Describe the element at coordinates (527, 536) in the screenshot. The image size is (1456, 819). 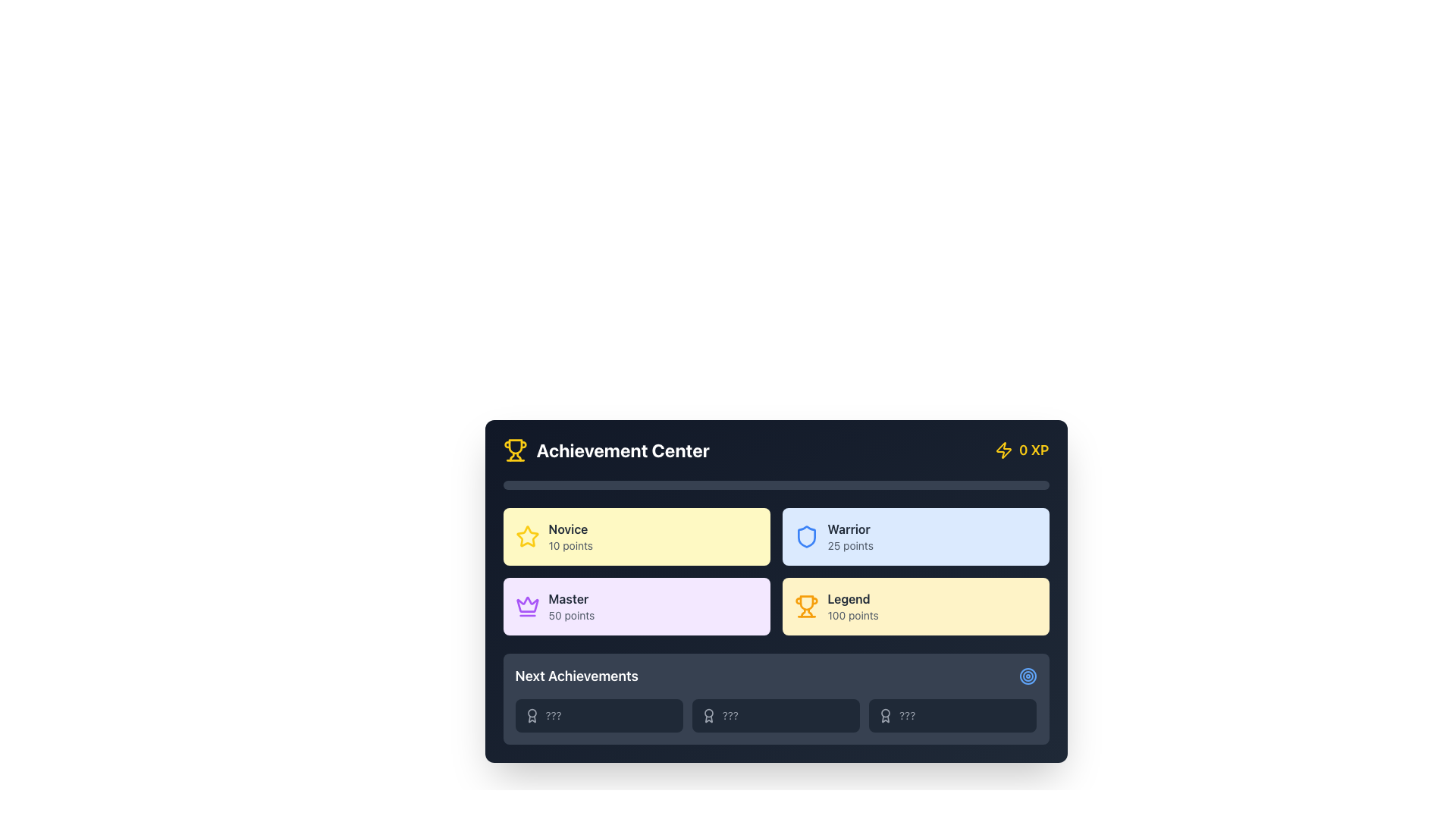
I see `the 'Novice' achievement icon, which is a star icon located in the top-left quadrant of the Achievement Center section, to the left of the 'Novice' text within a yellow rectangle` at that location.